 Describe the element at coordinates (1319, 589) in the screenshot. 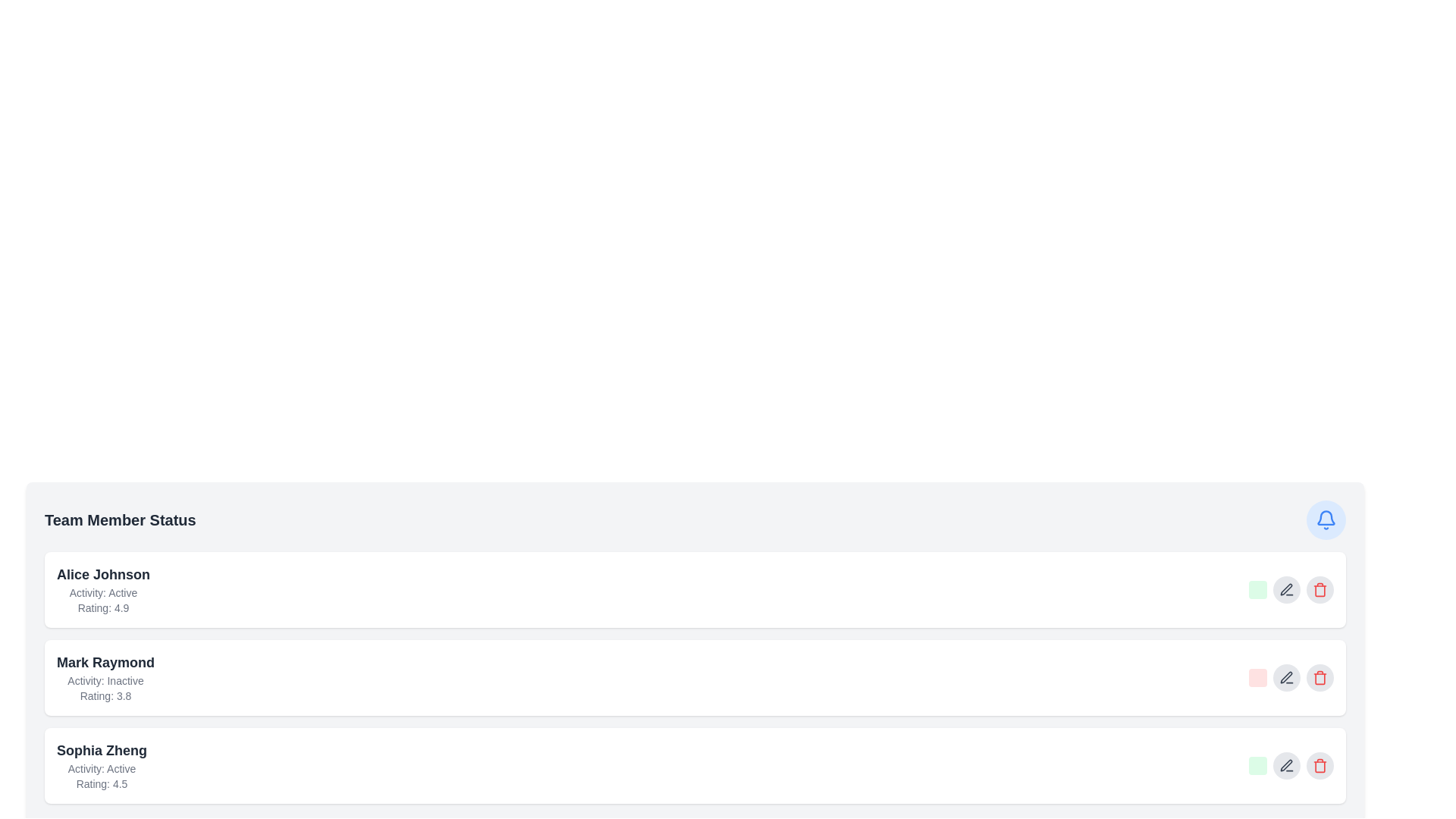

I see `the delete icon button located at the right side of the row corresponding to 'Alice Johnson' in the list` at that location.